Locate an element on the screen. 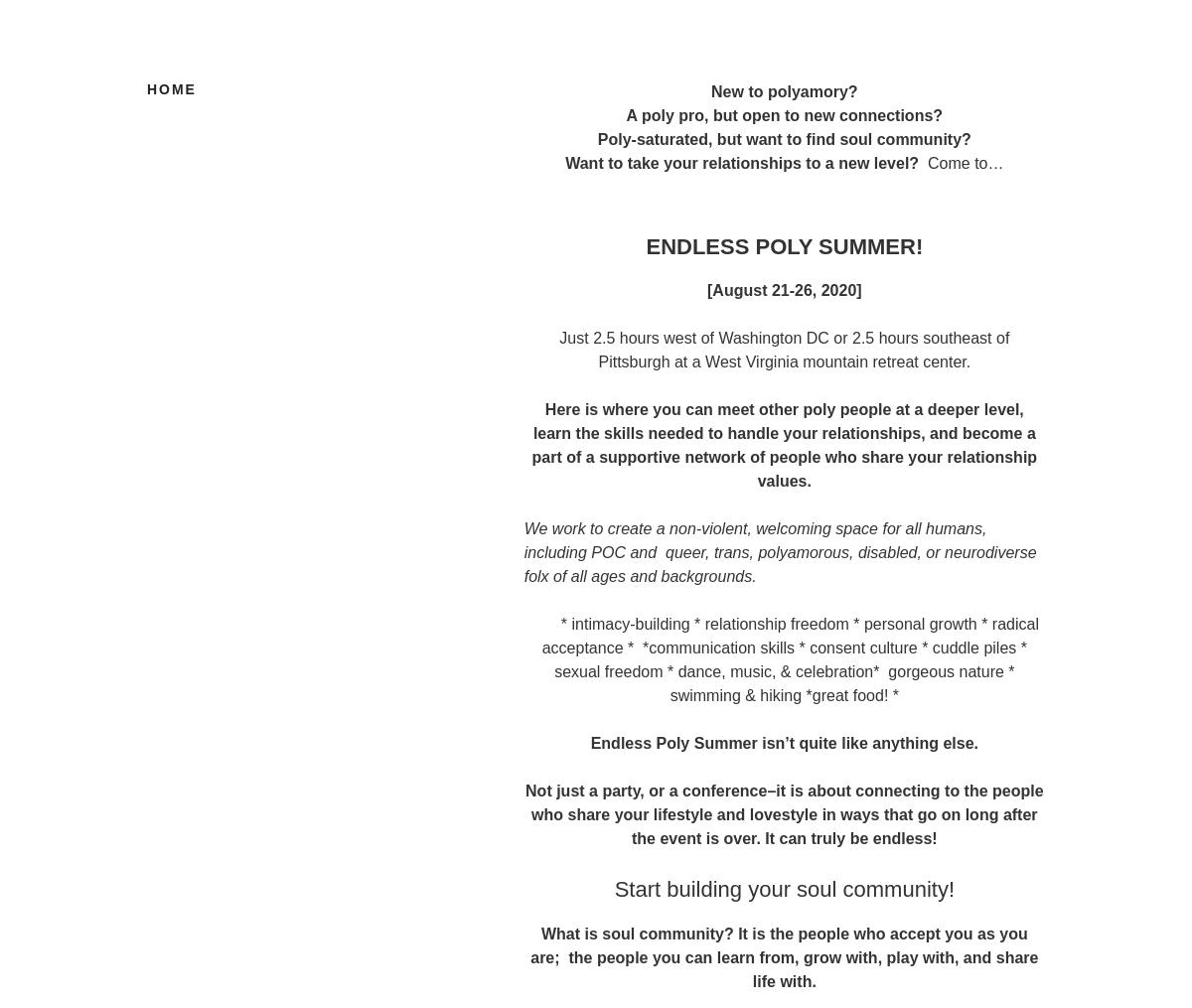 The image size is (1192, 1008). 'Here is where you can meet other poly people at a deeper level, learn the skills needed to handle your relationships, and become a part of a supportive network of people who share your relationship values.' is located at coordinates (783, 444).